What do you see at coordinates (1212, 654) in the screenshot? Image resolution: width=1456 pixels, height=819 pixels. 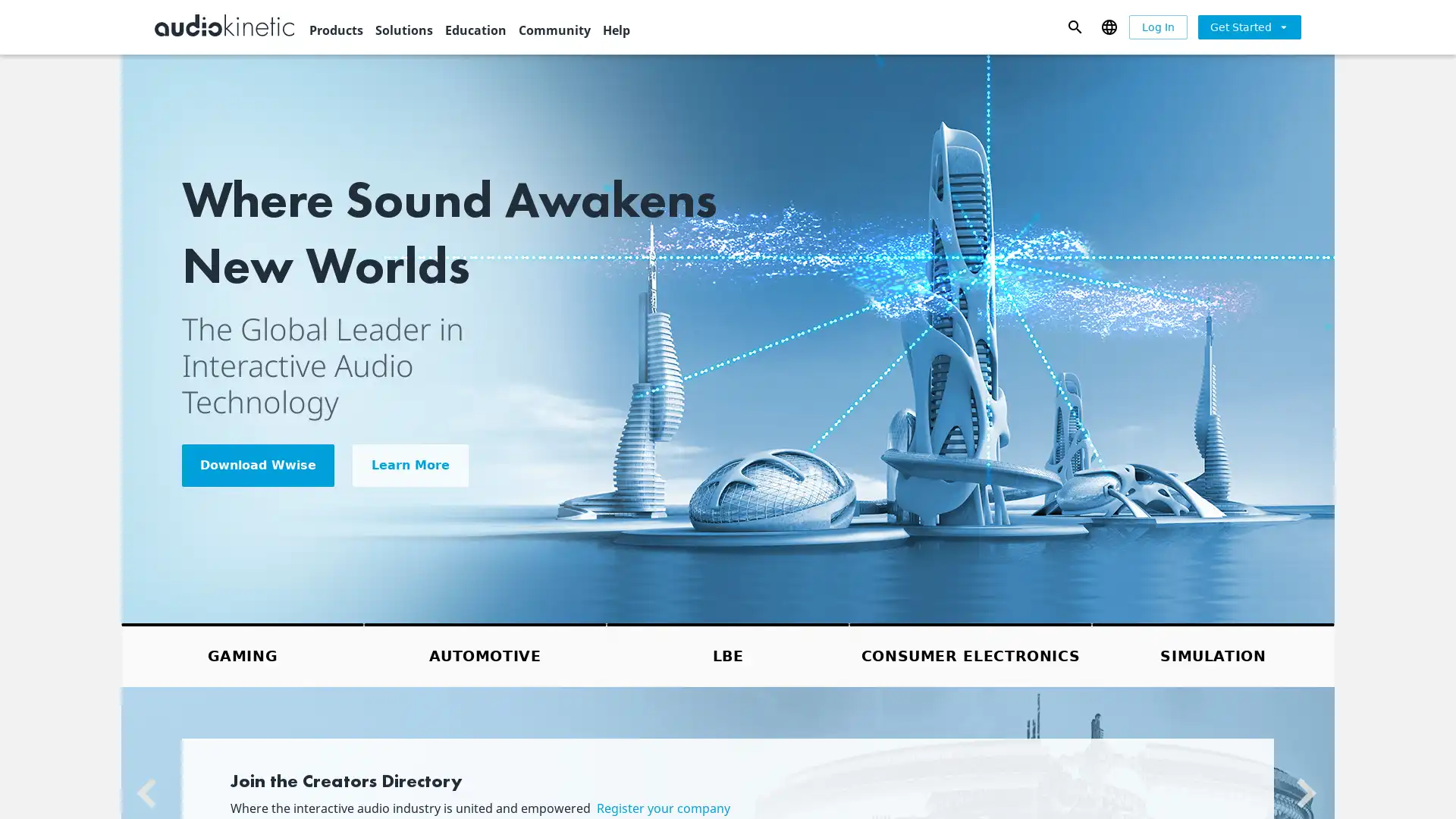 I see `SIMULATION` at bounding box center [1212, 654].